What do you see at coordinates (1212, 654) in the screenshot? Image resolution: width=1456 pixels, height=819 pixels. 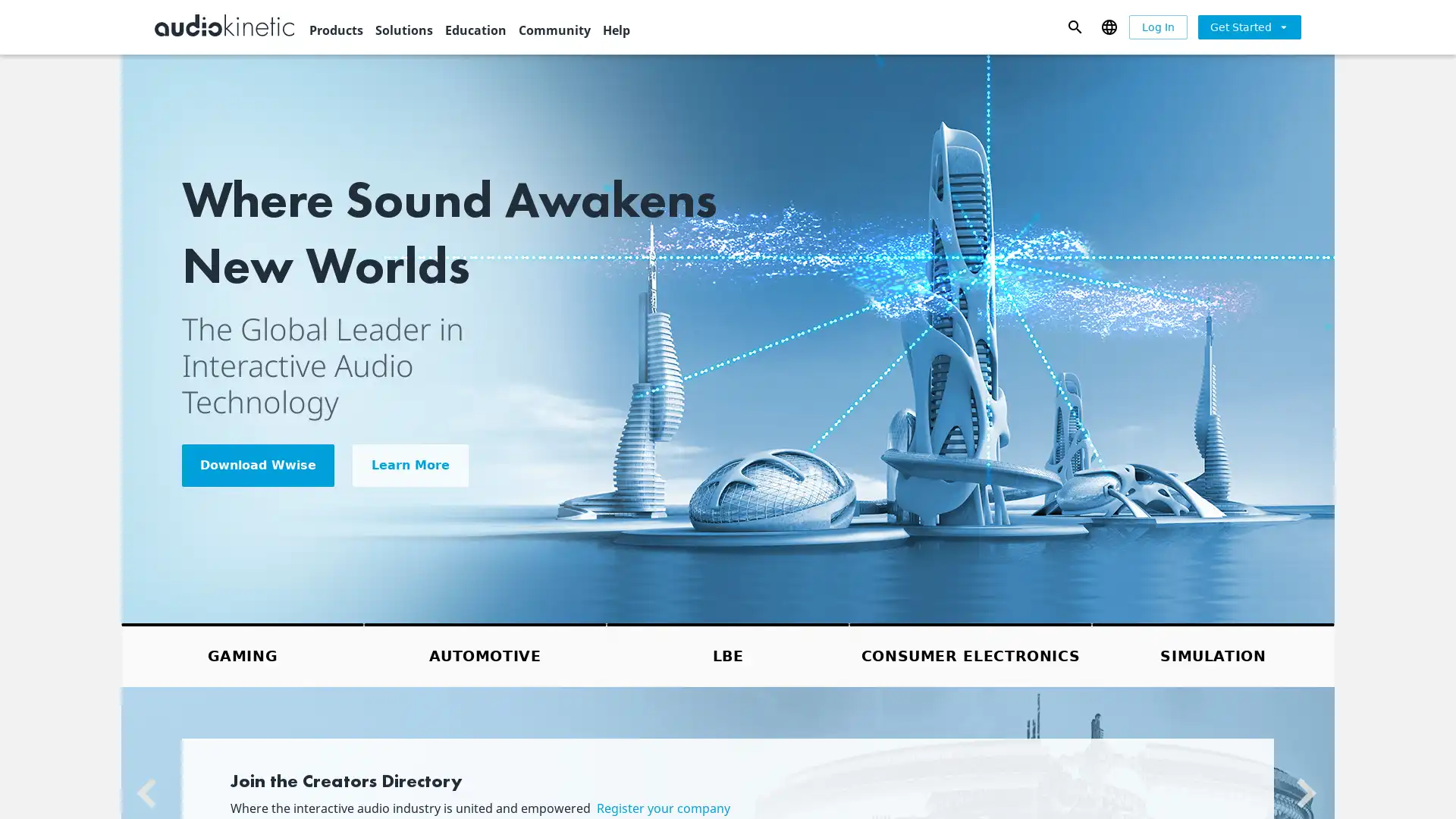 I see `SIMULATION` at bounding box center [1212, 654].